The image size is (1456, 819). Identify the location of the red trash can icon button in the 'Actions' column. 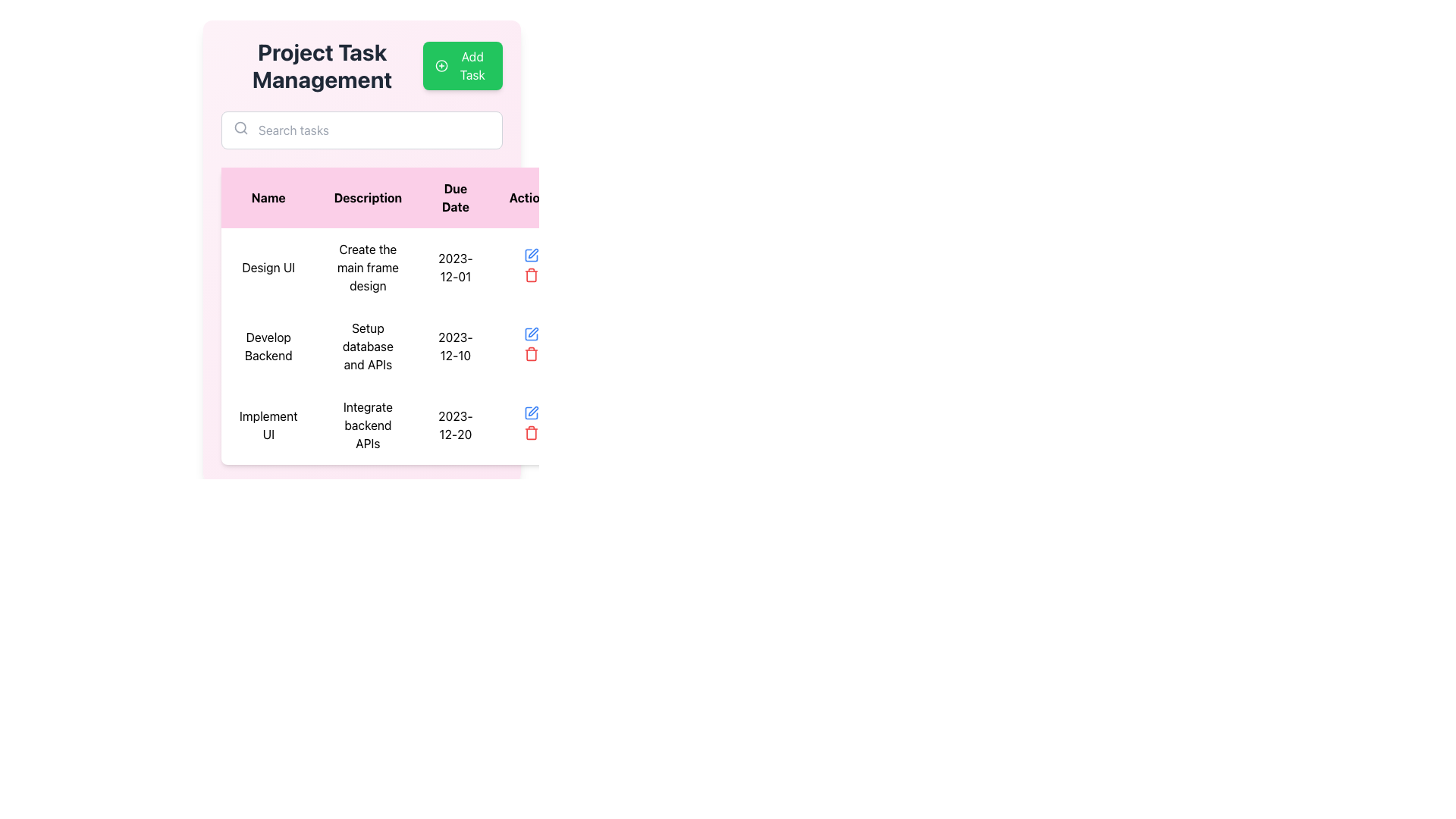
(531, 432).